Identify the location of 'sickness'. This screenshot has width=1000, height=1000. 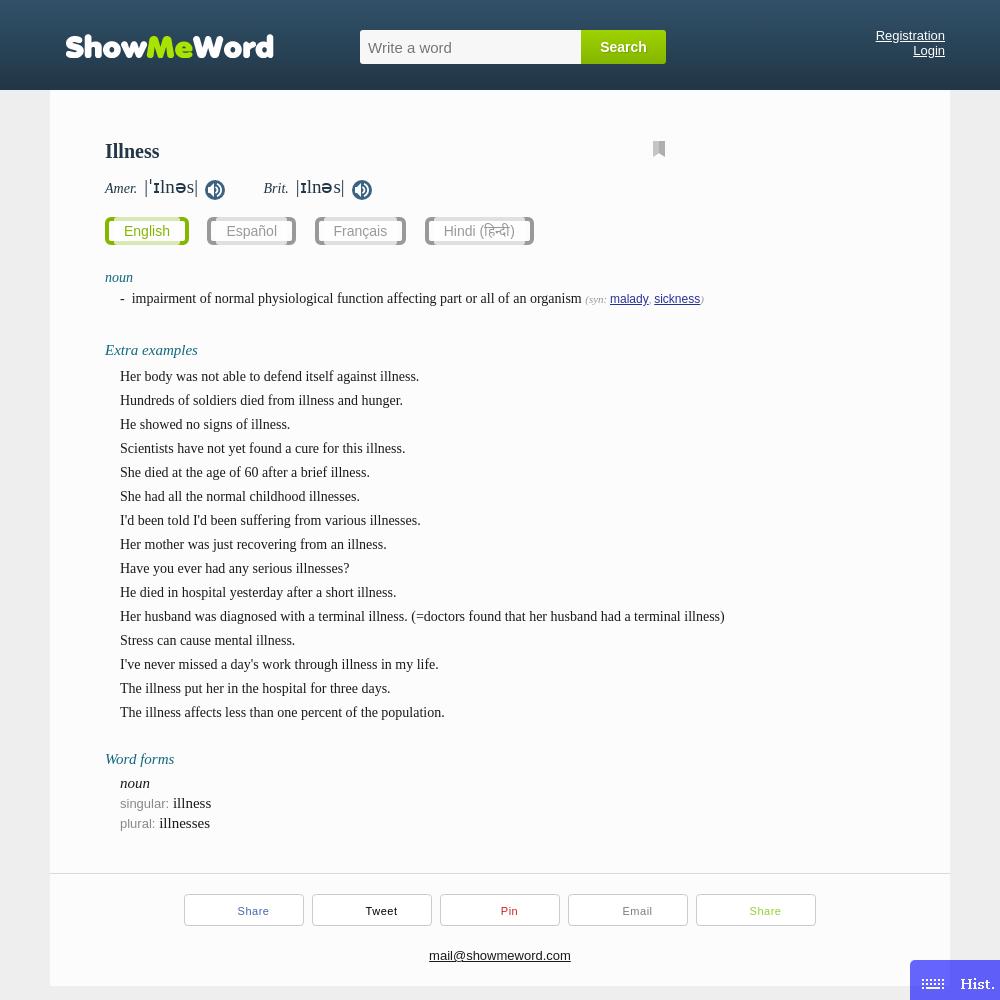
(677, 299).